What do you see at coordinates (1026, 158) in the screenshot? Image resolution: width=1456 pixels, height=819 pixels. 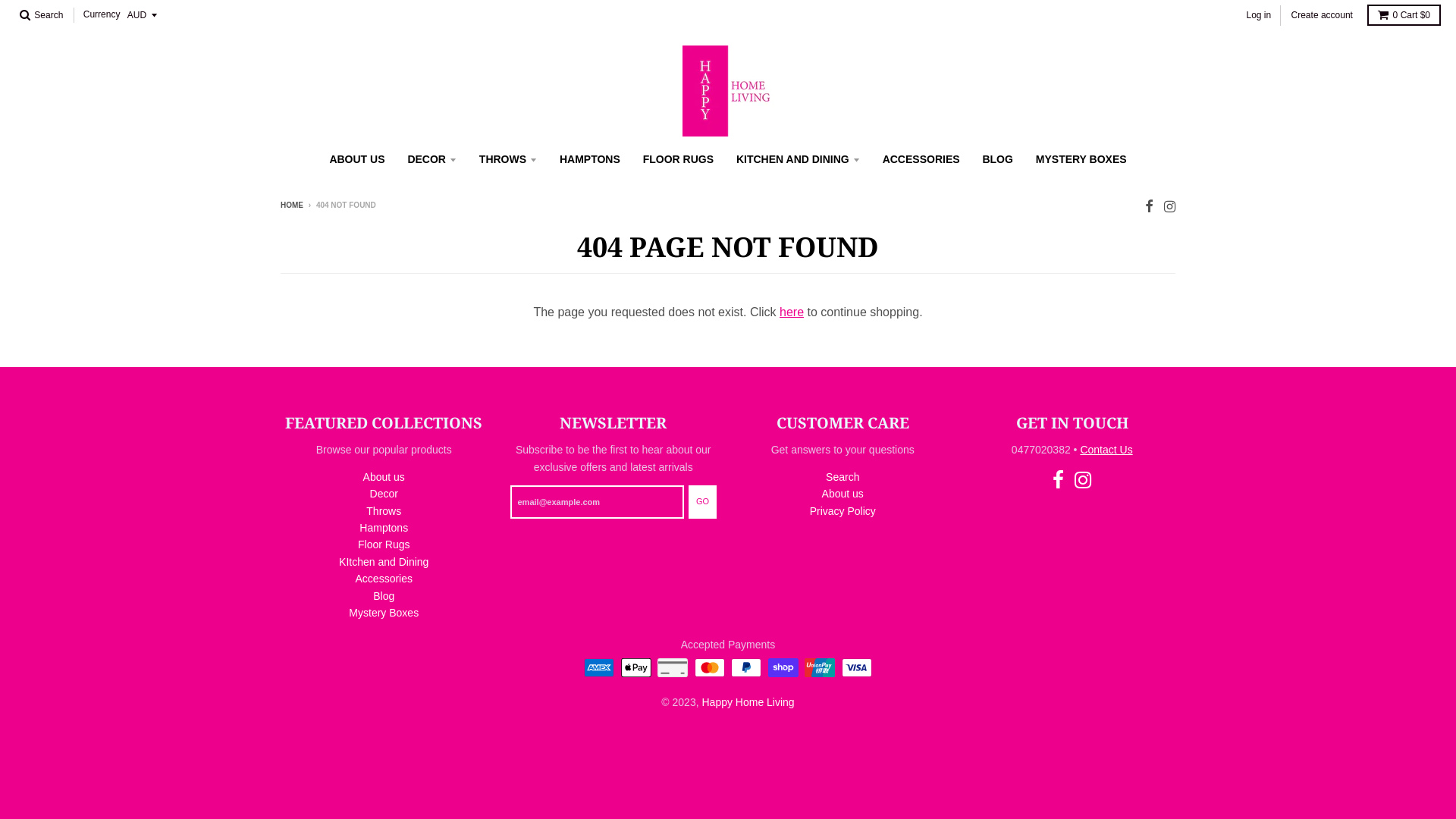 I see `'MYSTERY BOXES'` at bounding box center [1026, 158].